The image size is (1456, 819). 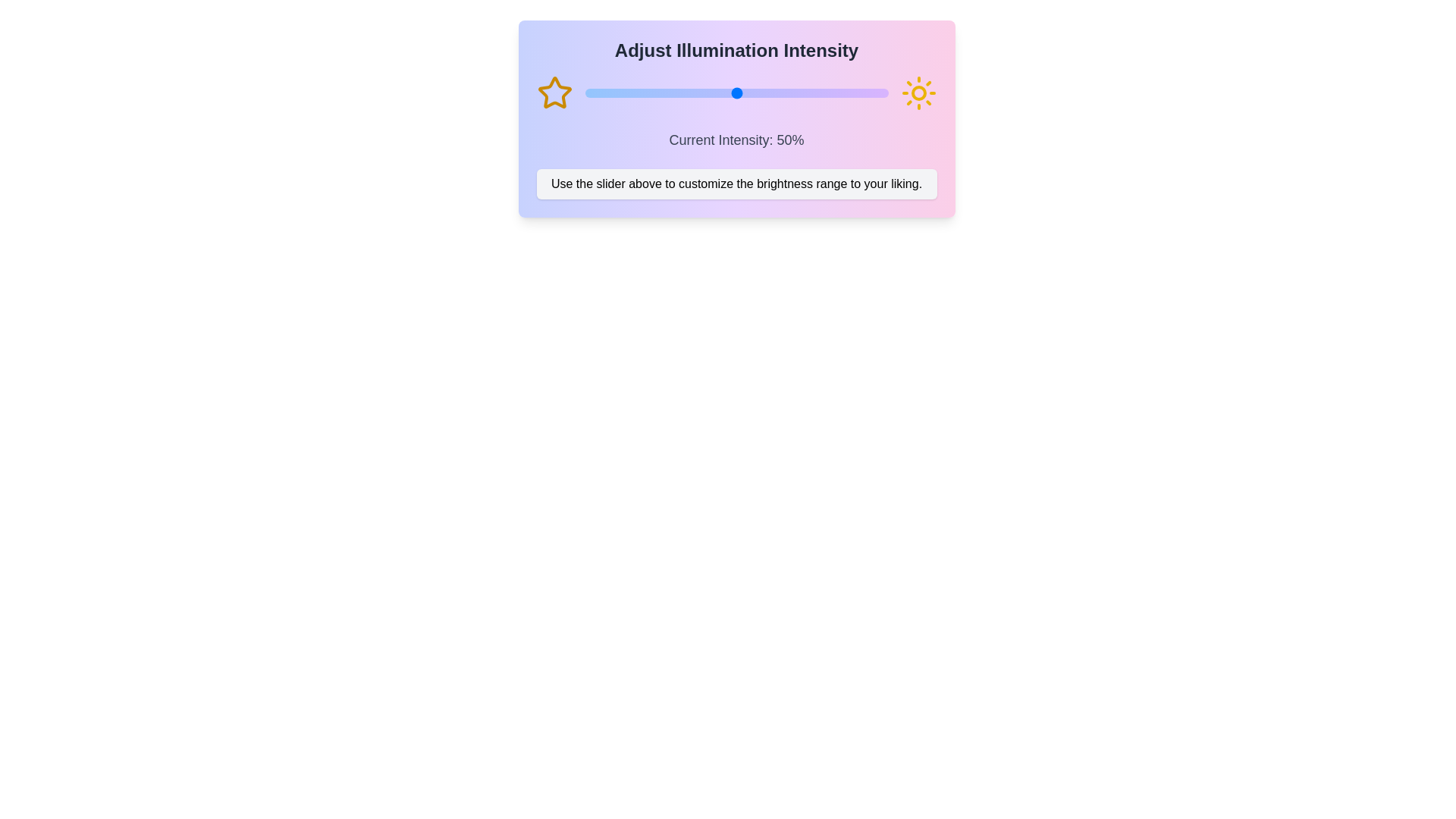 I want to click on the slider to set the intensity to 76%, so click(x=814, y=93).